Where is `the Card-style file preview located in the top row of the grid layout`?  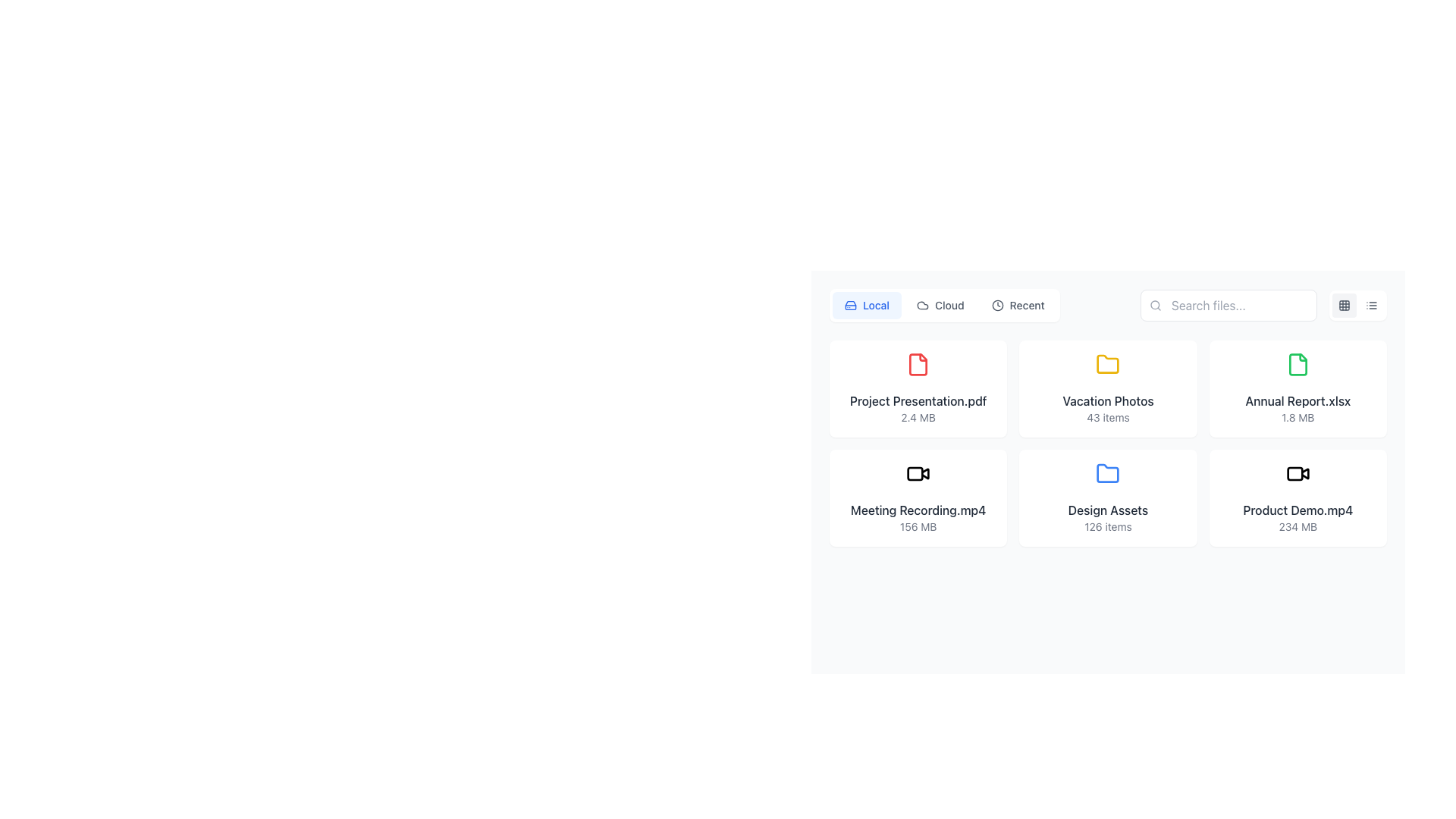
the Card-style file preview located in the top row of the grid layout is located at coordinates (918, 388).